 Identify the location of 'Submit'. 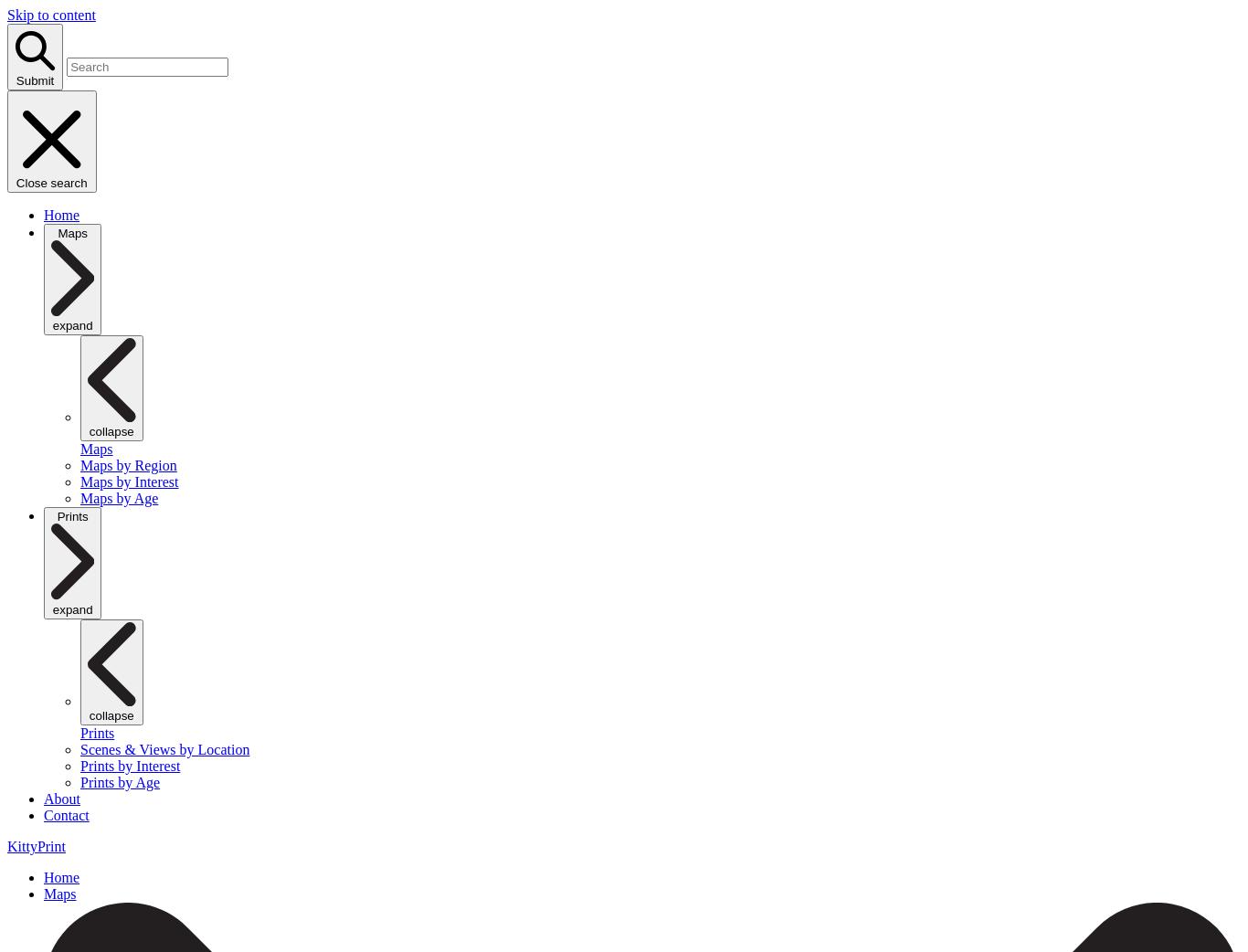
(34, 79).